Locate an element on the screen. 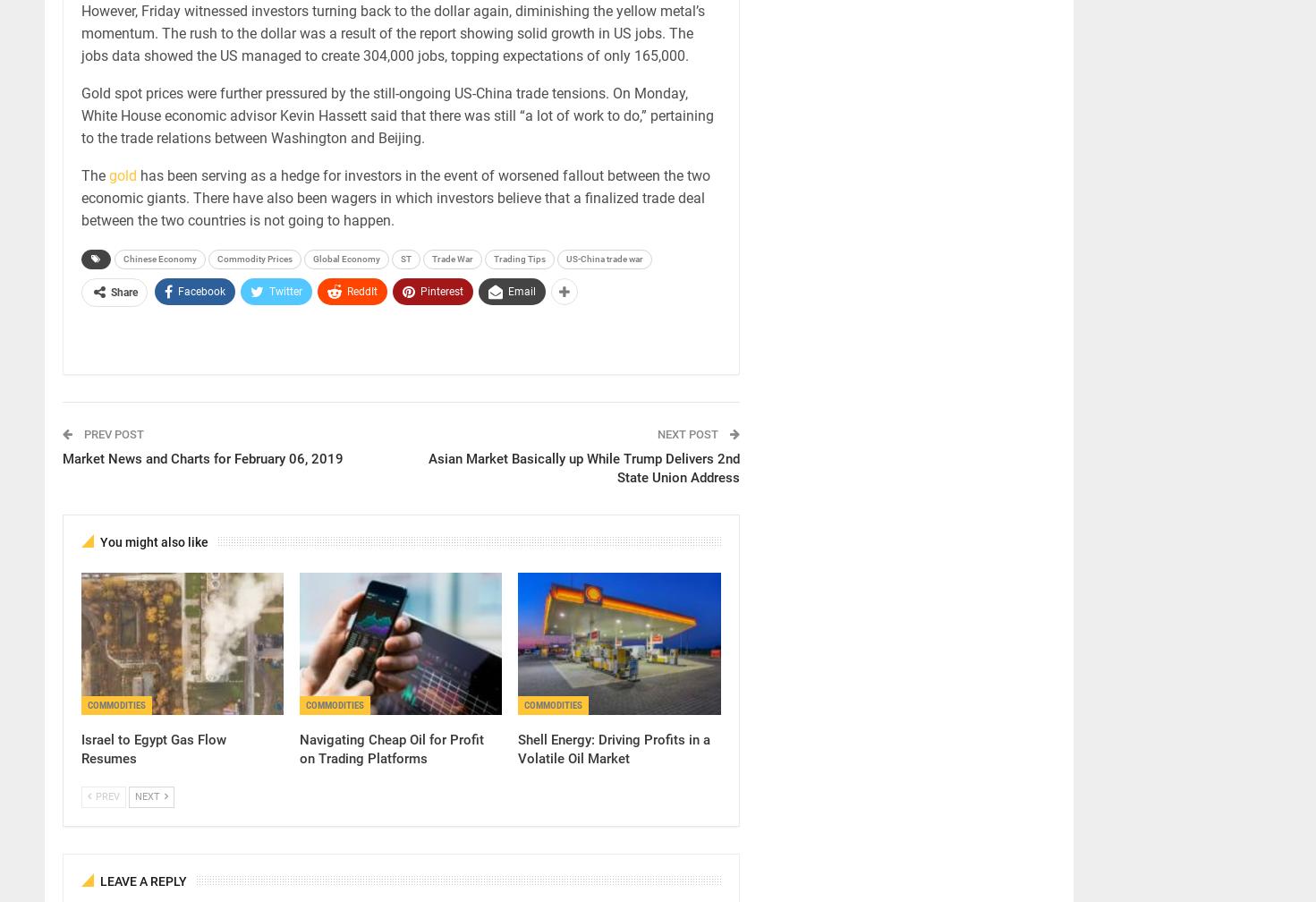 Image resolution: width=1316 pixels, height=902 pixels. 'Leave A Reply' is located at coordinates (143, 881).